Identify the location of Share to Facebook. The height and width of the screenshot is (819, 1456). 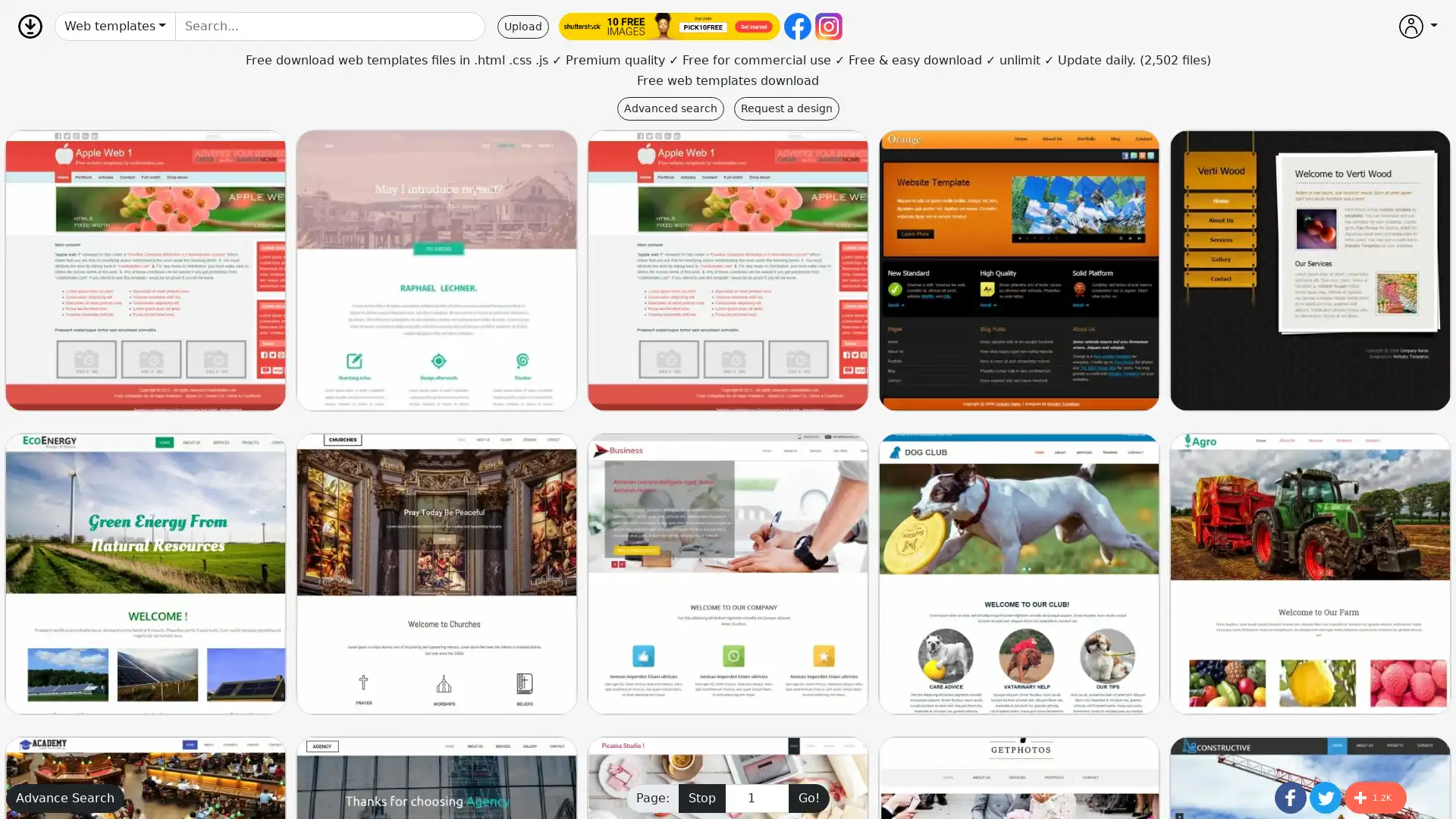
(1290, 797).